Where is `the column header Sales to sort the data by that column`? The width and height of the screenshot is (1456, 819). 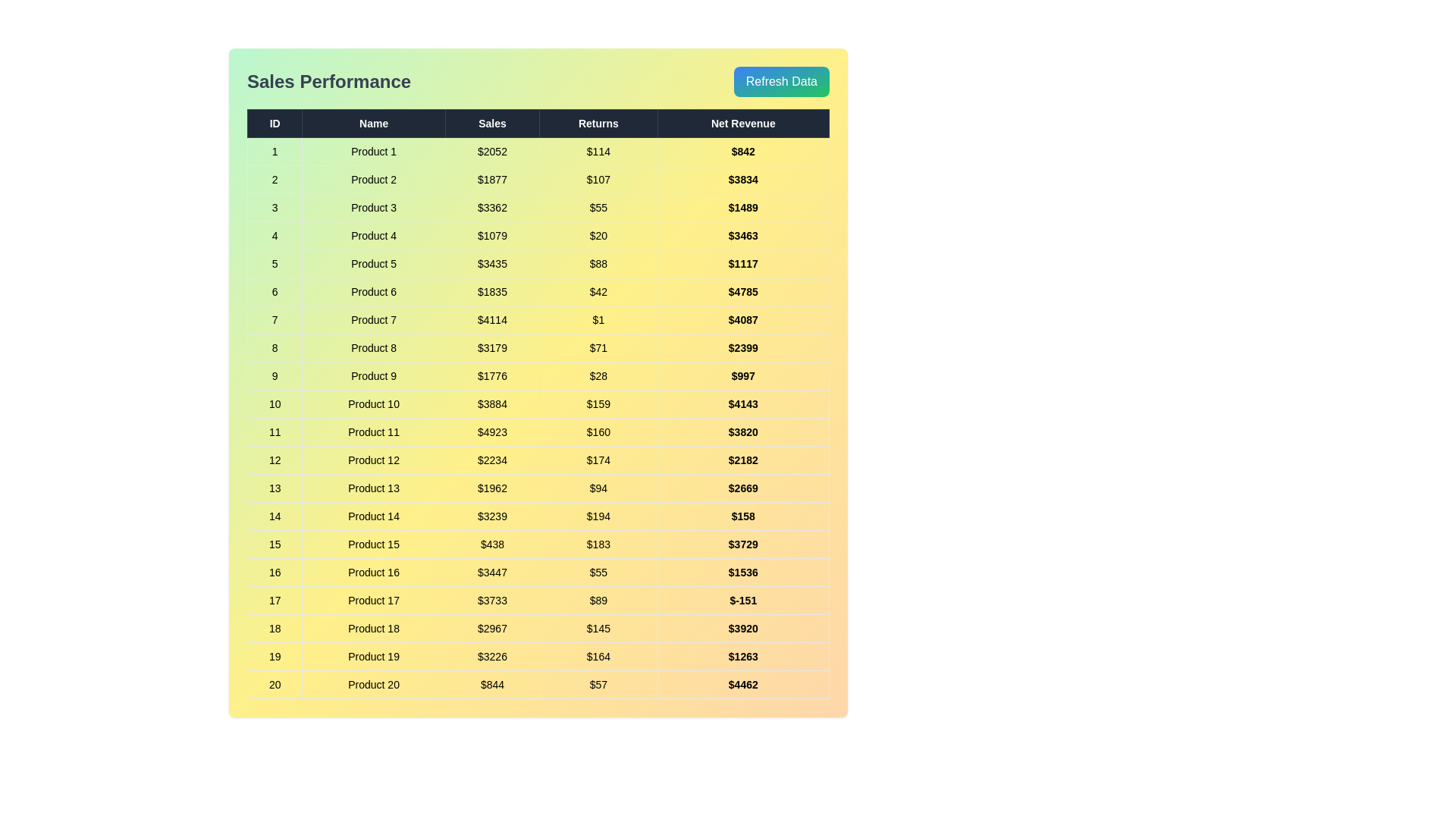 the column header Sales to sort the data by that column is located at coordinates (492, 122).